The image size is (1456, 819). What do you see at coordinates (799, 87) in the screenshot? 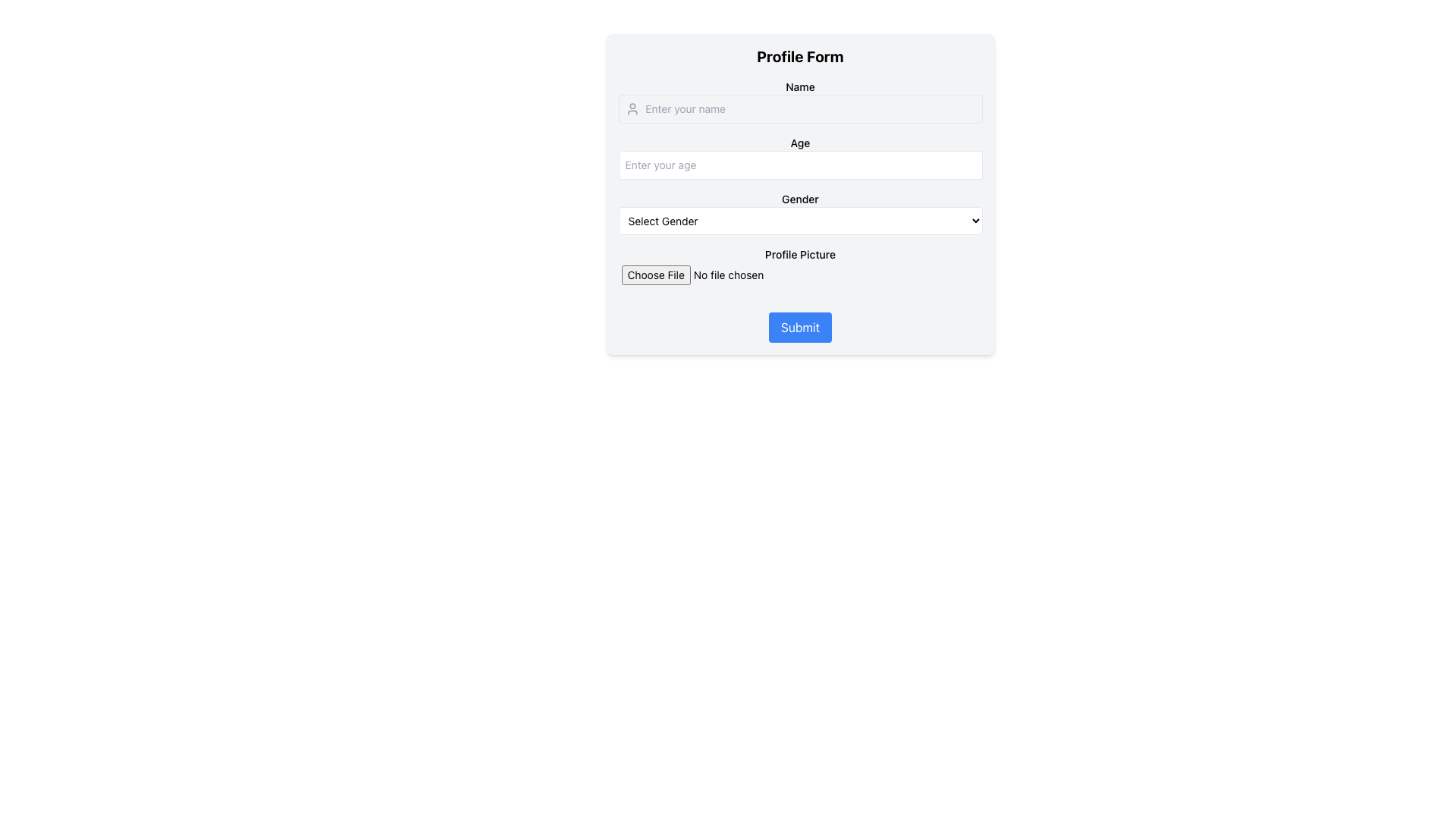
I see `the Text label indicating the name input field in the profile form interface` at bounding box center [799, 87].